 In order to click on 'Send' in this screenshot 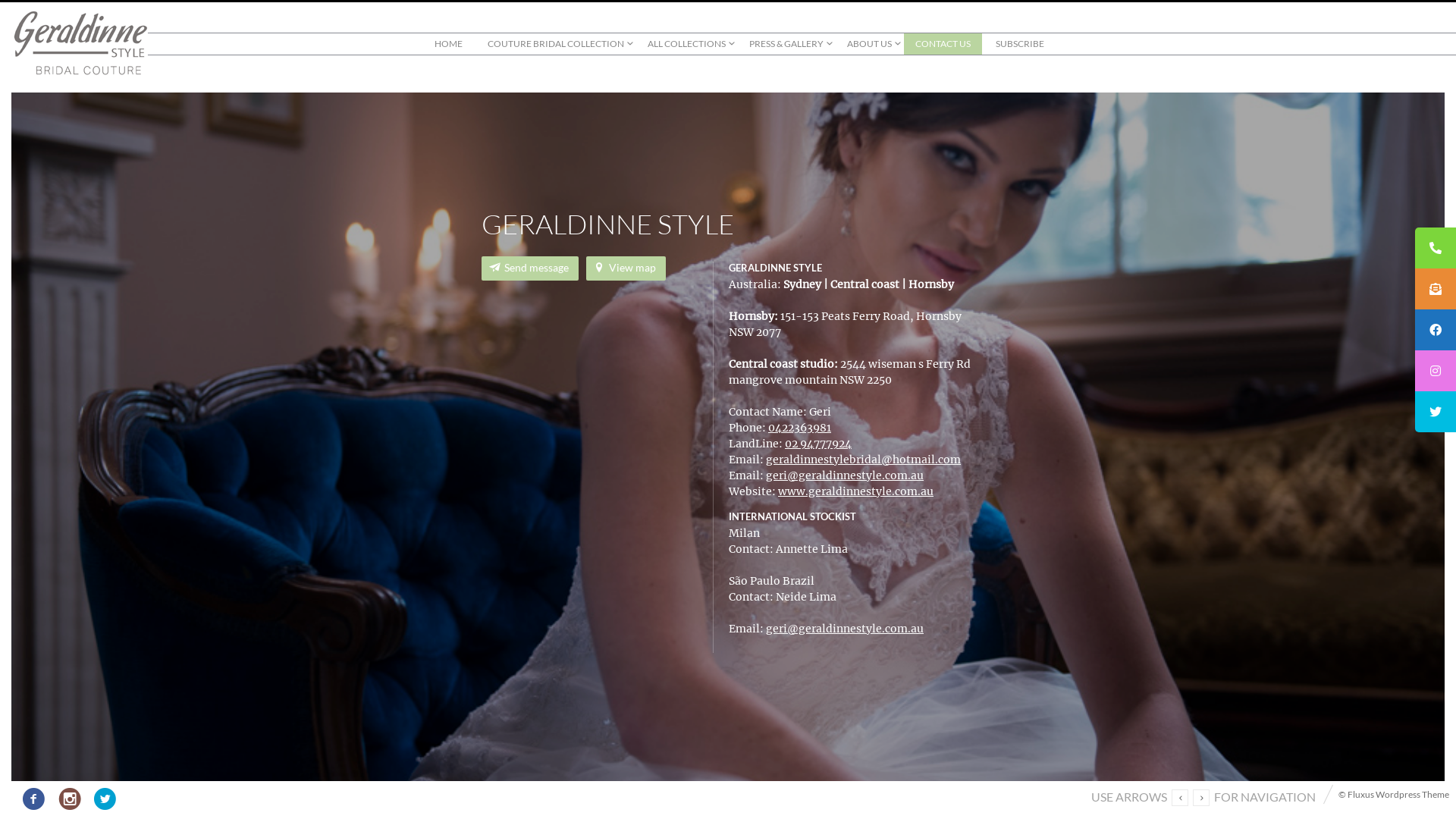, I will do `click(541, 337)`.